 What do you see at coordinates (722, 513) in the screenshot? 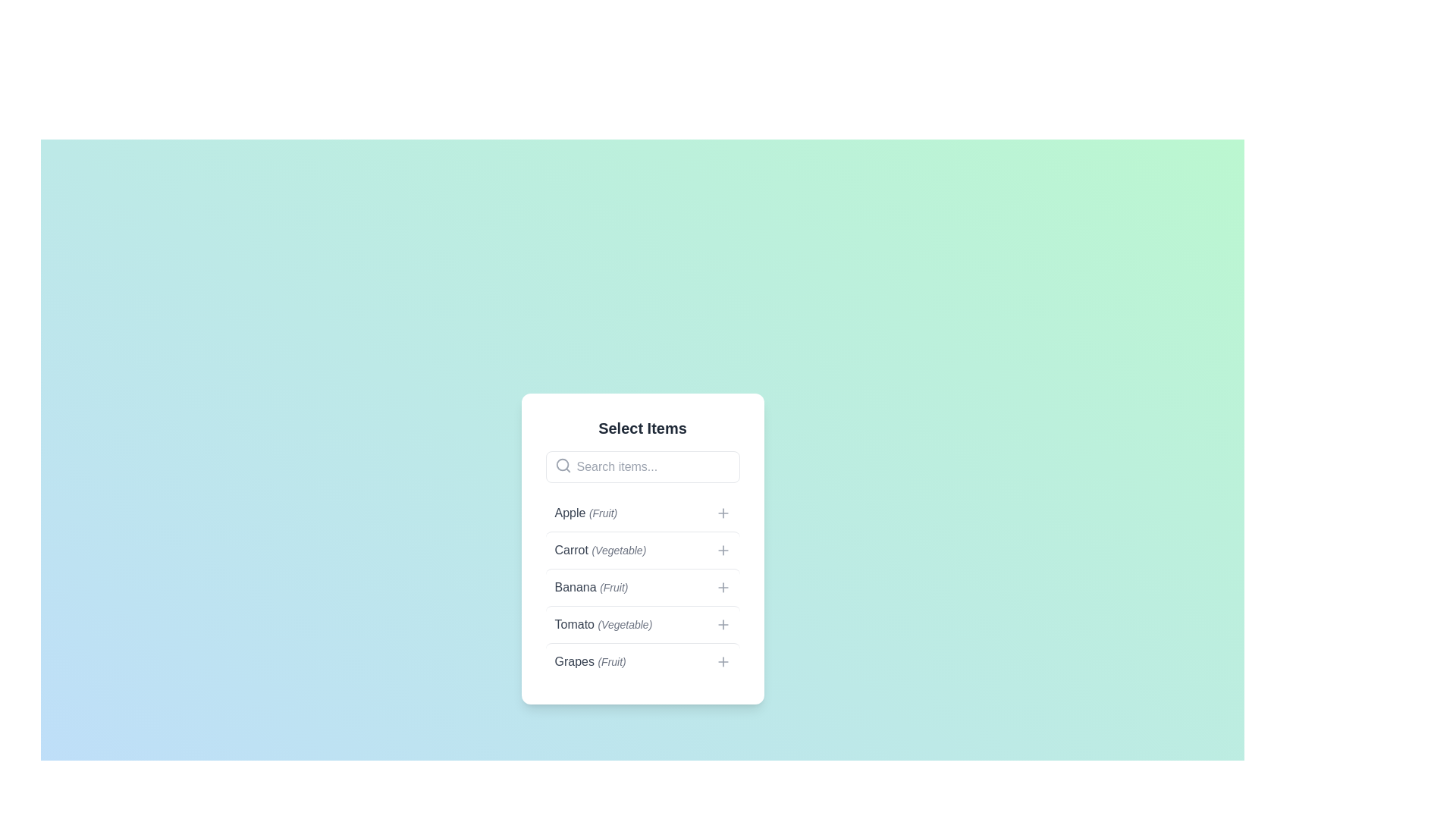
I see `the gray plus sign icon button located within the 'Apple (Fruit)' list entry` at bounding box center [722, 513].